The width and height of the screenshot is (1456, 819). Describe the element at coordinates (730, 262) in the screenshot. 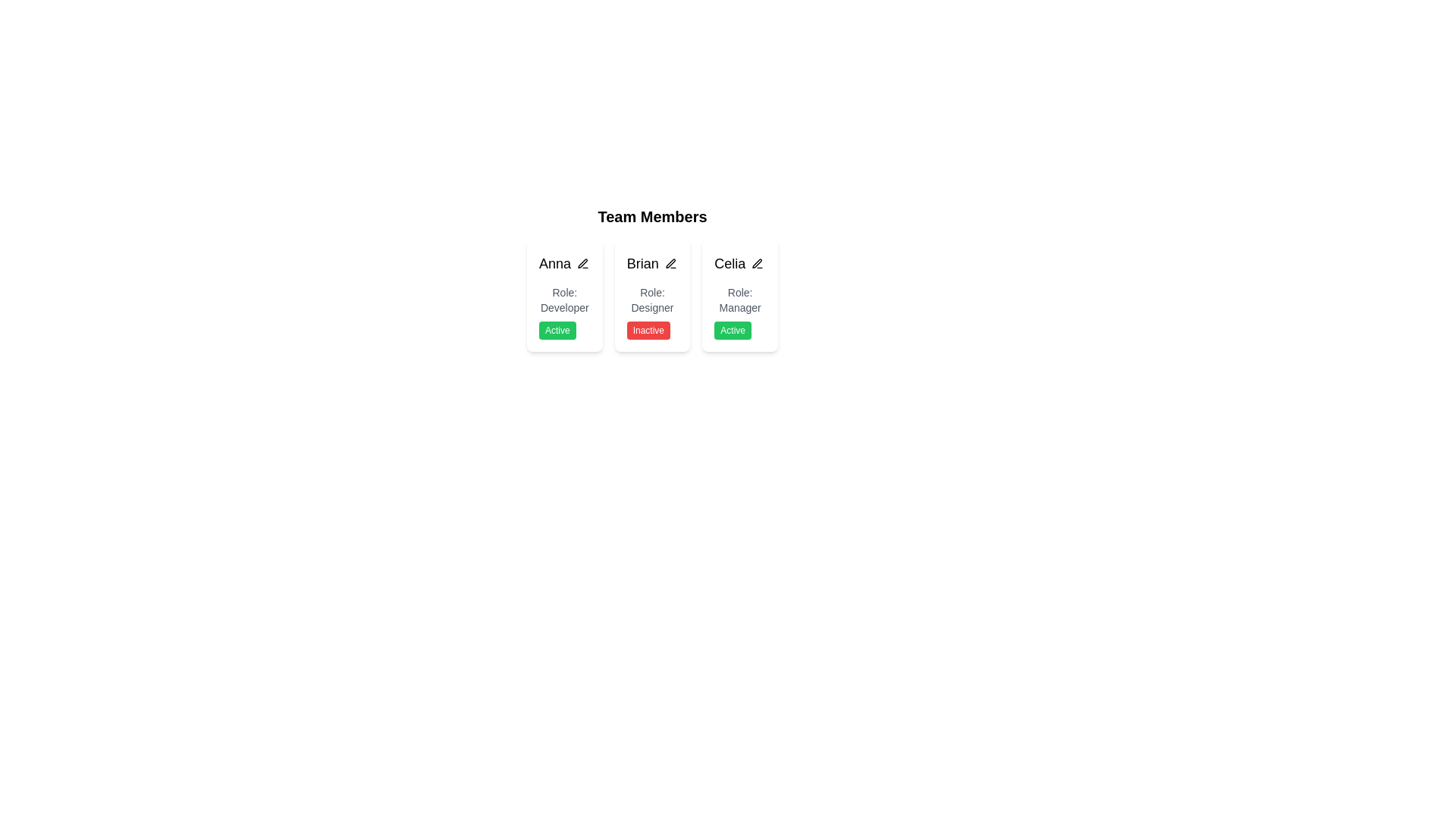

I see `the static text label displaying the name 'Celia', which acts as the title for the third card in a horizontal row of cards` at that location.